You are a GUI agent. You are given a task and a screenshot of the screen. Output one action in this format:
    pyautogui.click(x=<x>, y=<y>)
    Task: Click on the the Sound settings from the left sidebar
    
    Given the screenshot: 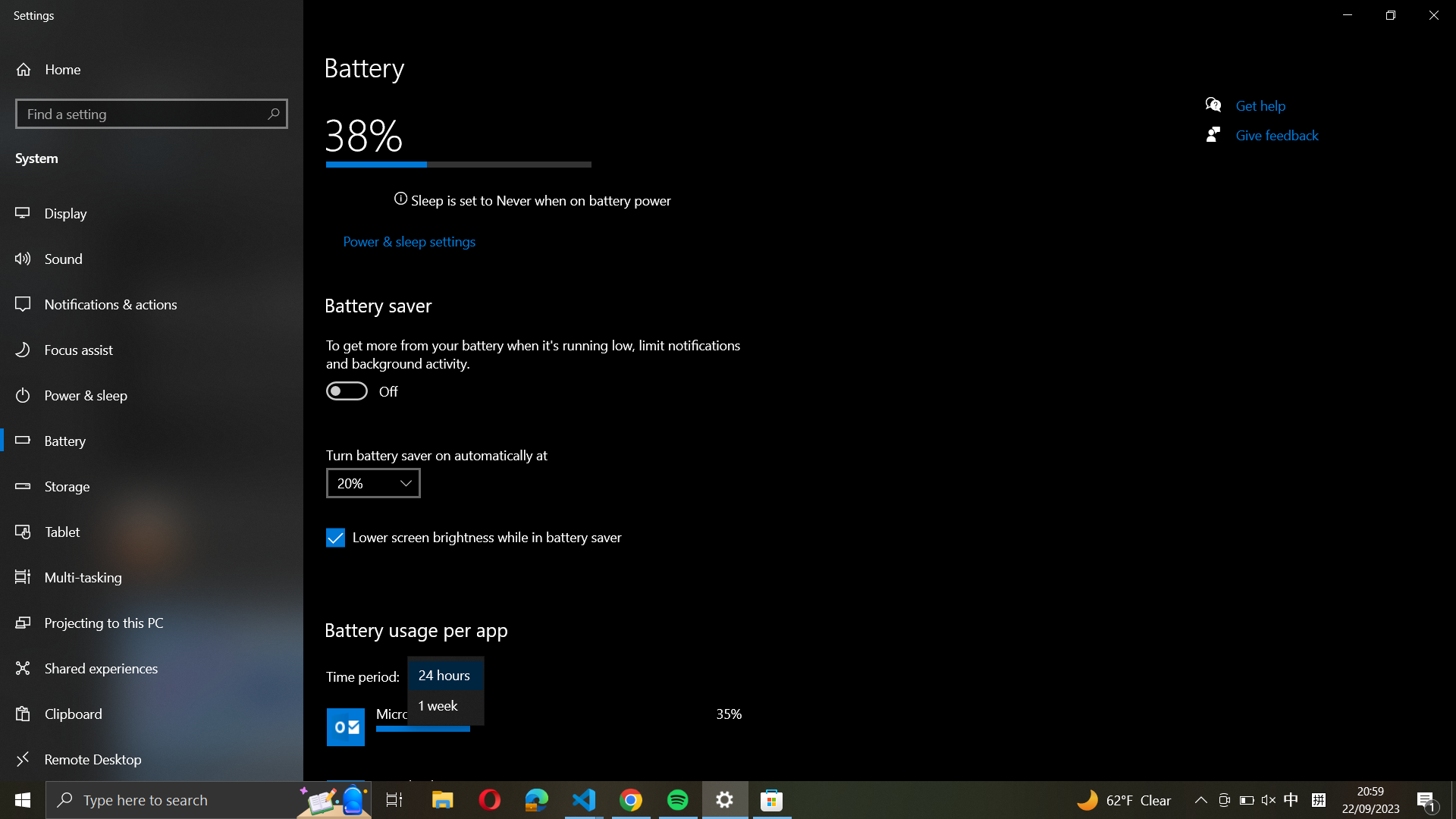 What is the action you would take?
    pyautogui.click(x=152, y=257)
    